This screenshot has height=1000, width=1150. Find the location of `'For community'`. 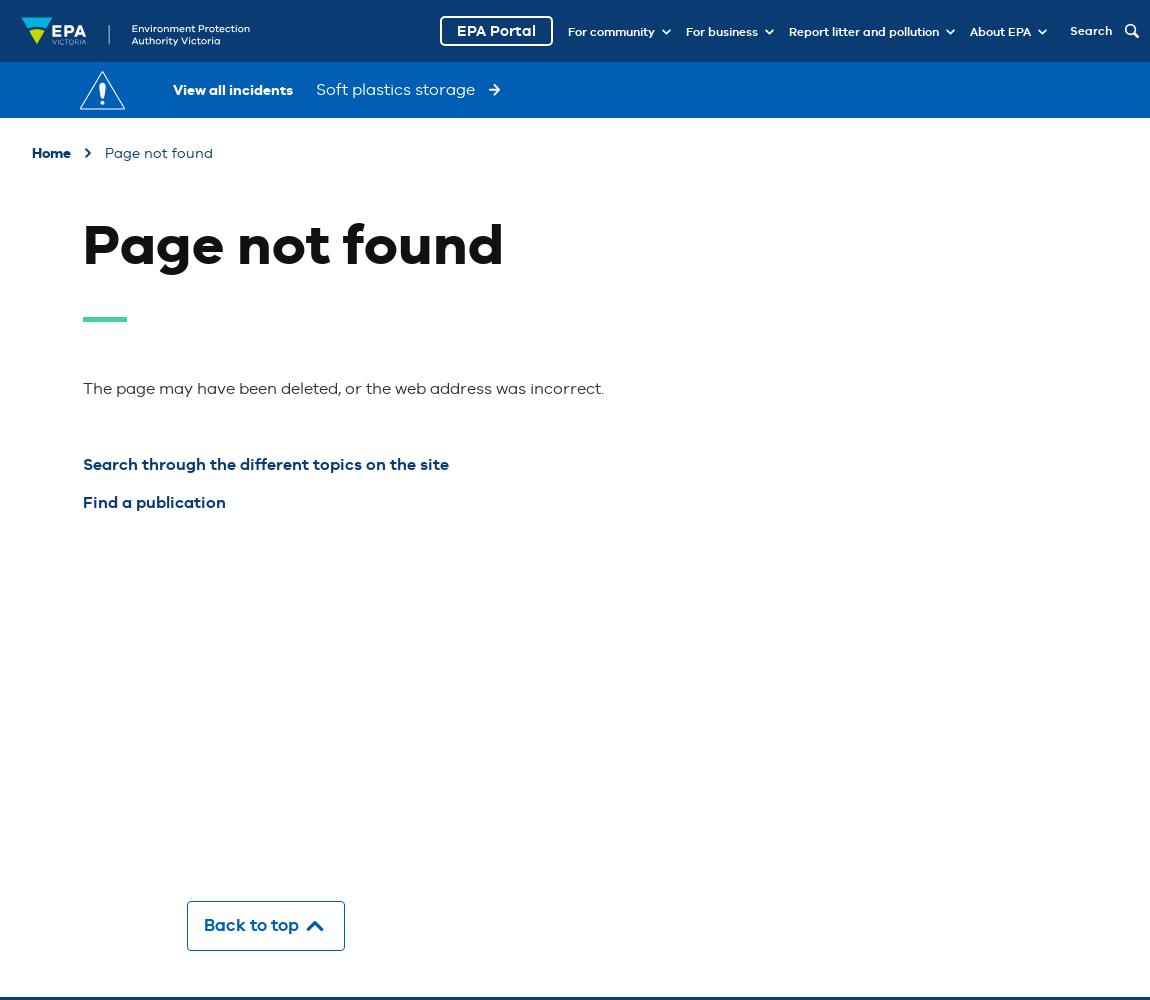

'For community' is located at coordinates (610, 32).